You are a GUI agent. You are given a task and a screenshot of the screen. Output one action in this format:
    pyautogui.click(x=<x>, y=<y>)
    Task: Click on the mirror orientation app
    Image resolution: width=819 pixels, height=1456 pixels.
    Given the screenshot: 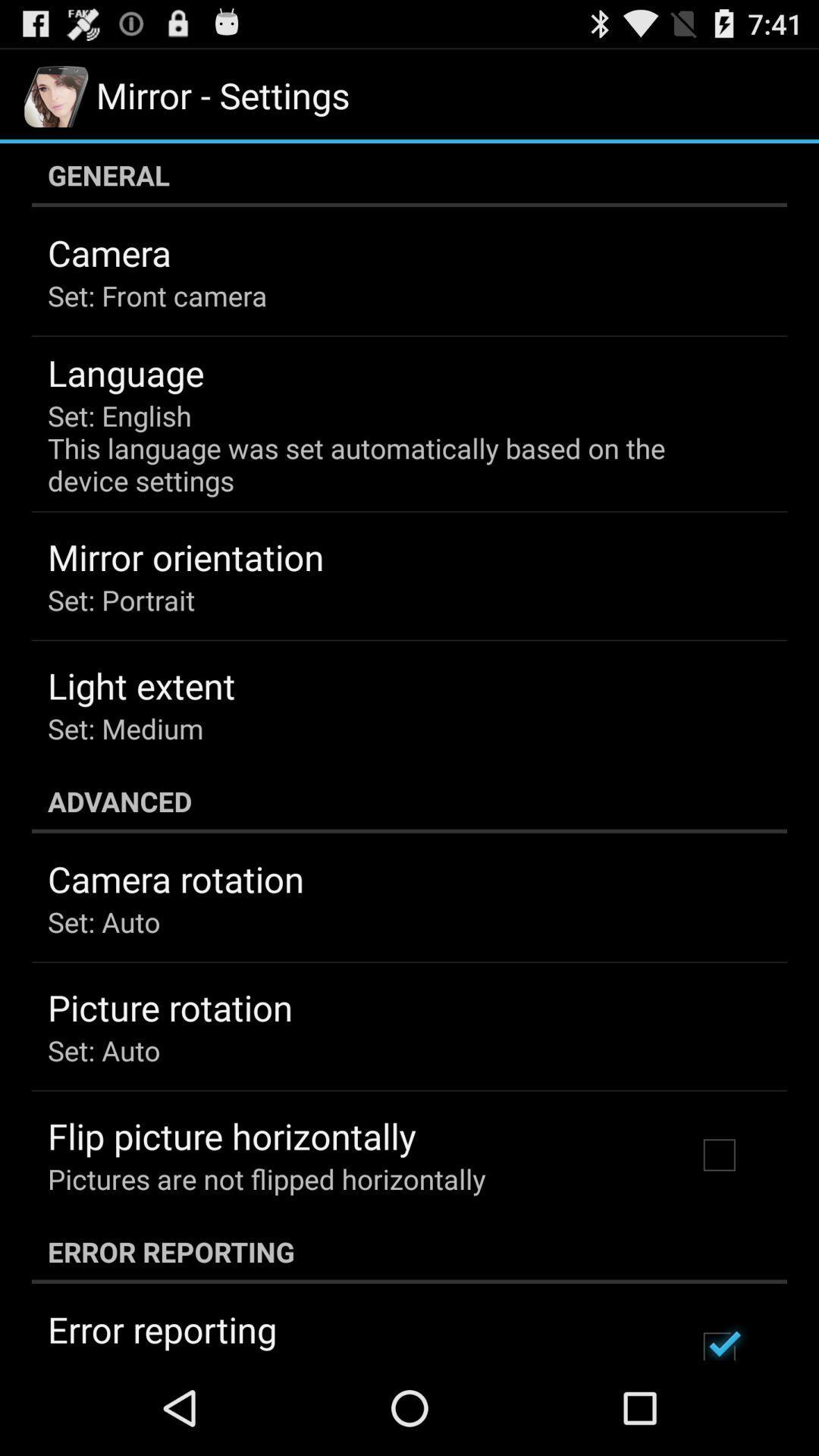 What is the action you would take?
    pyautogui.click(x=185, y=556)
    